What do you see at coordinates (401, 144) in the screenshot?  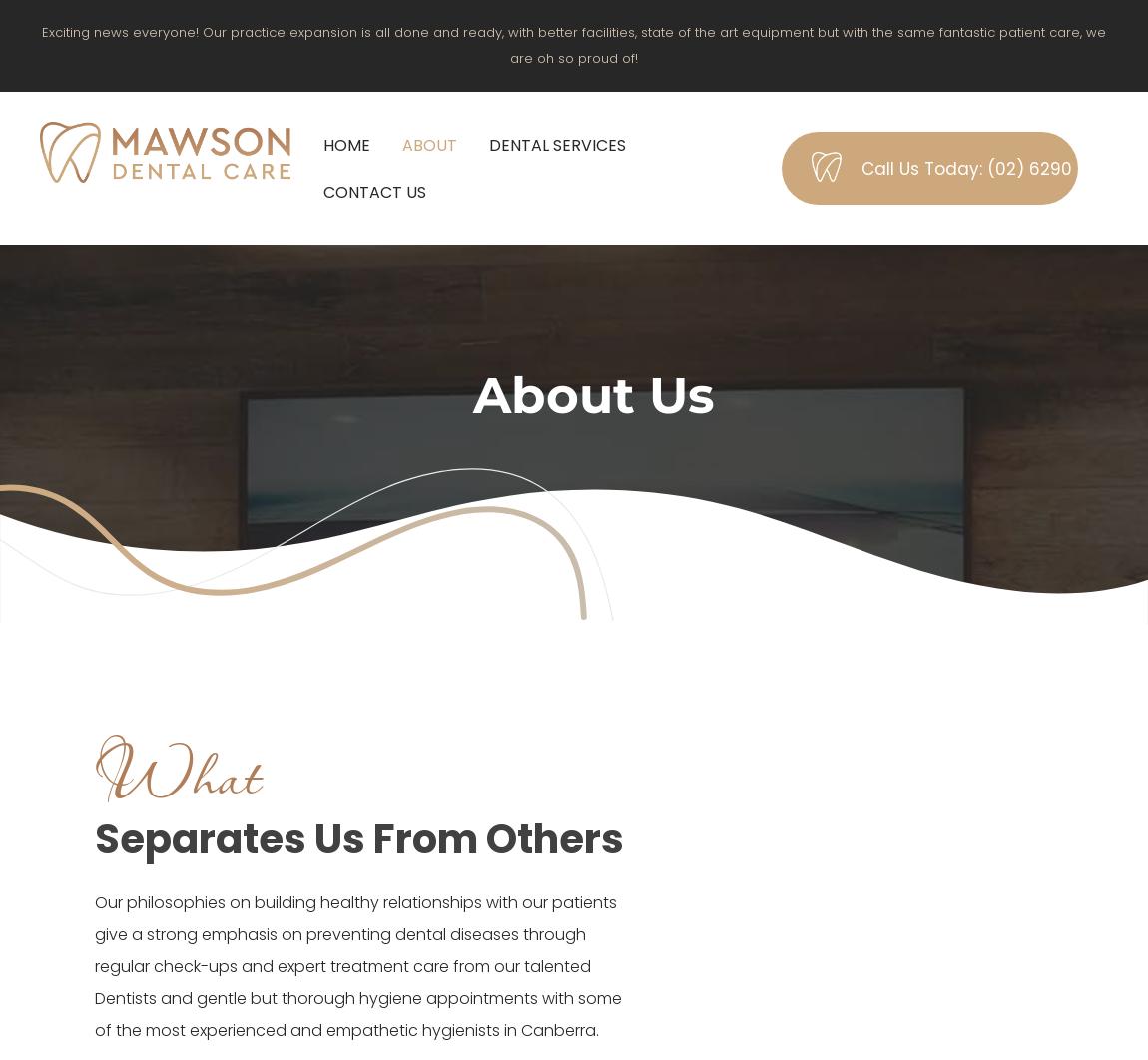 I see `'About'` at bounding box center [401, 144].